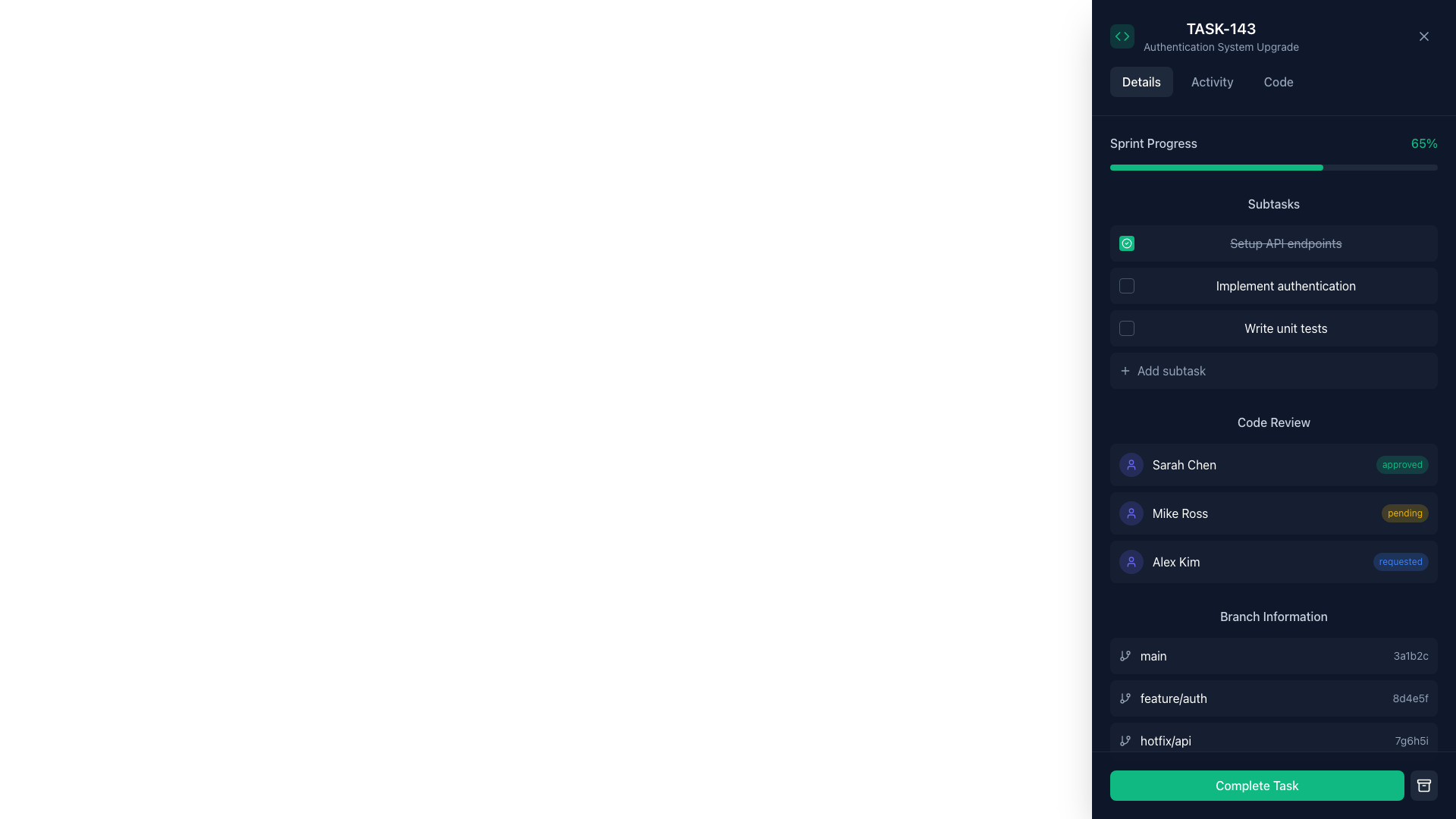  Describe the element at coordinates (1131, 561) in the screenshot. I see `the user avatar representing 'Alex Kim'` at that location.